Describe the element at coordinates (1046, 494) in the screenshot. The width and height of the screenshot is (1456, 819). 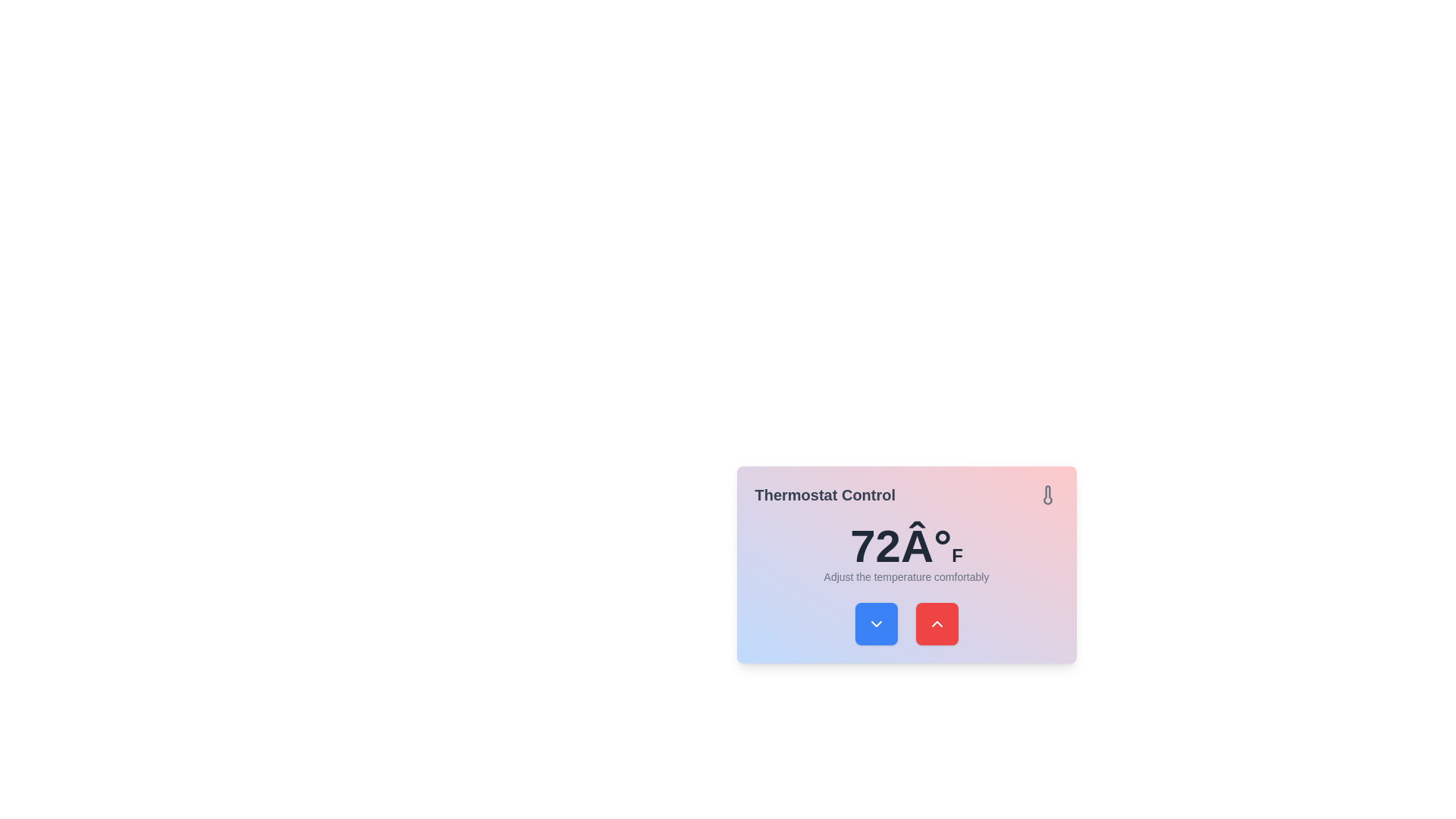
I see `the inner scale of the thermometer icon located at the top-right corner of the 'Thermostat Control' card` at that location.